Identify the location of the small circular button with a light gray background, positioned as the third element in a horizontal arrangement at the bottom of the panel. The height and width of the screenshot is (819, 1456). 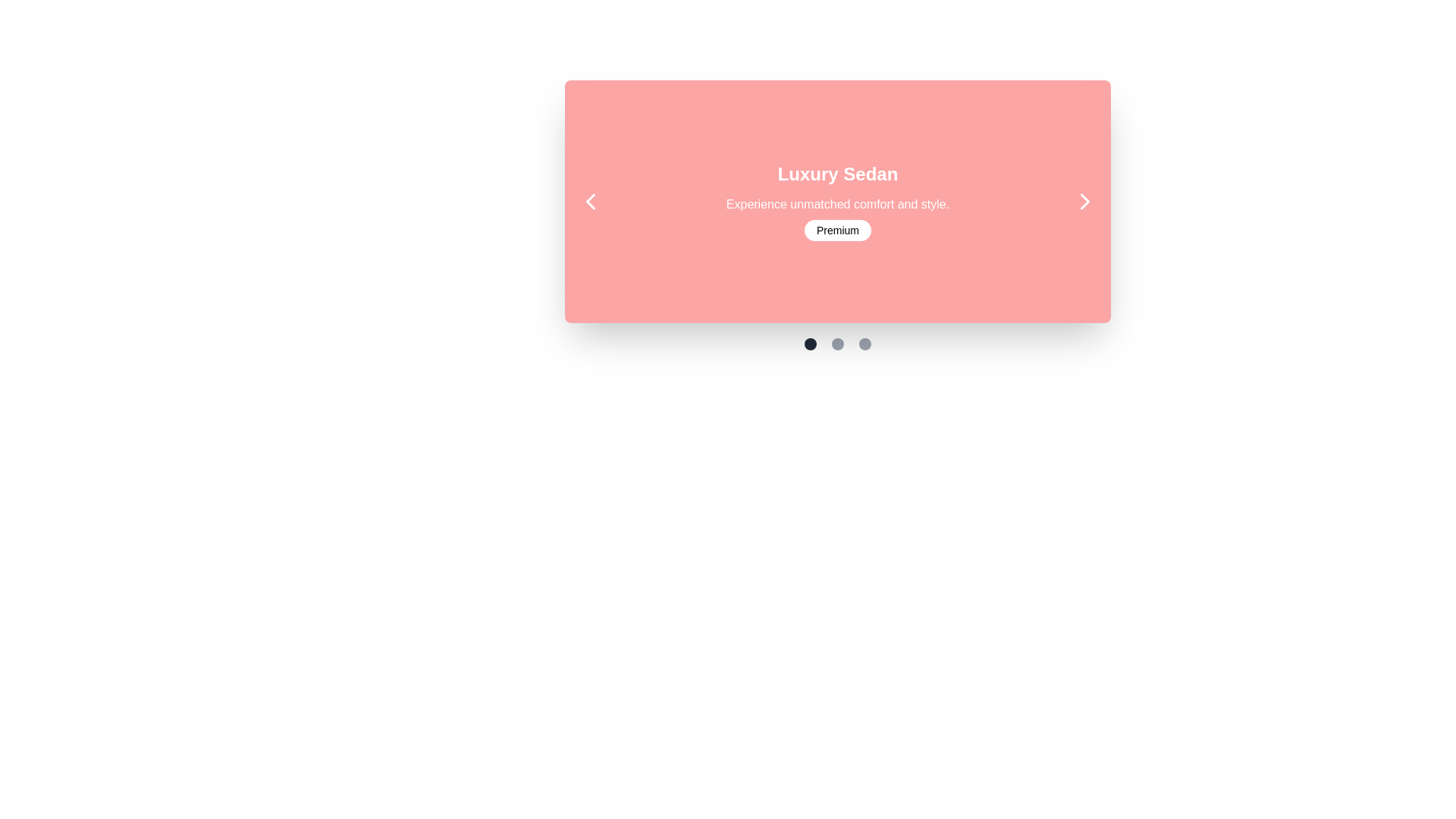
(865, 344).